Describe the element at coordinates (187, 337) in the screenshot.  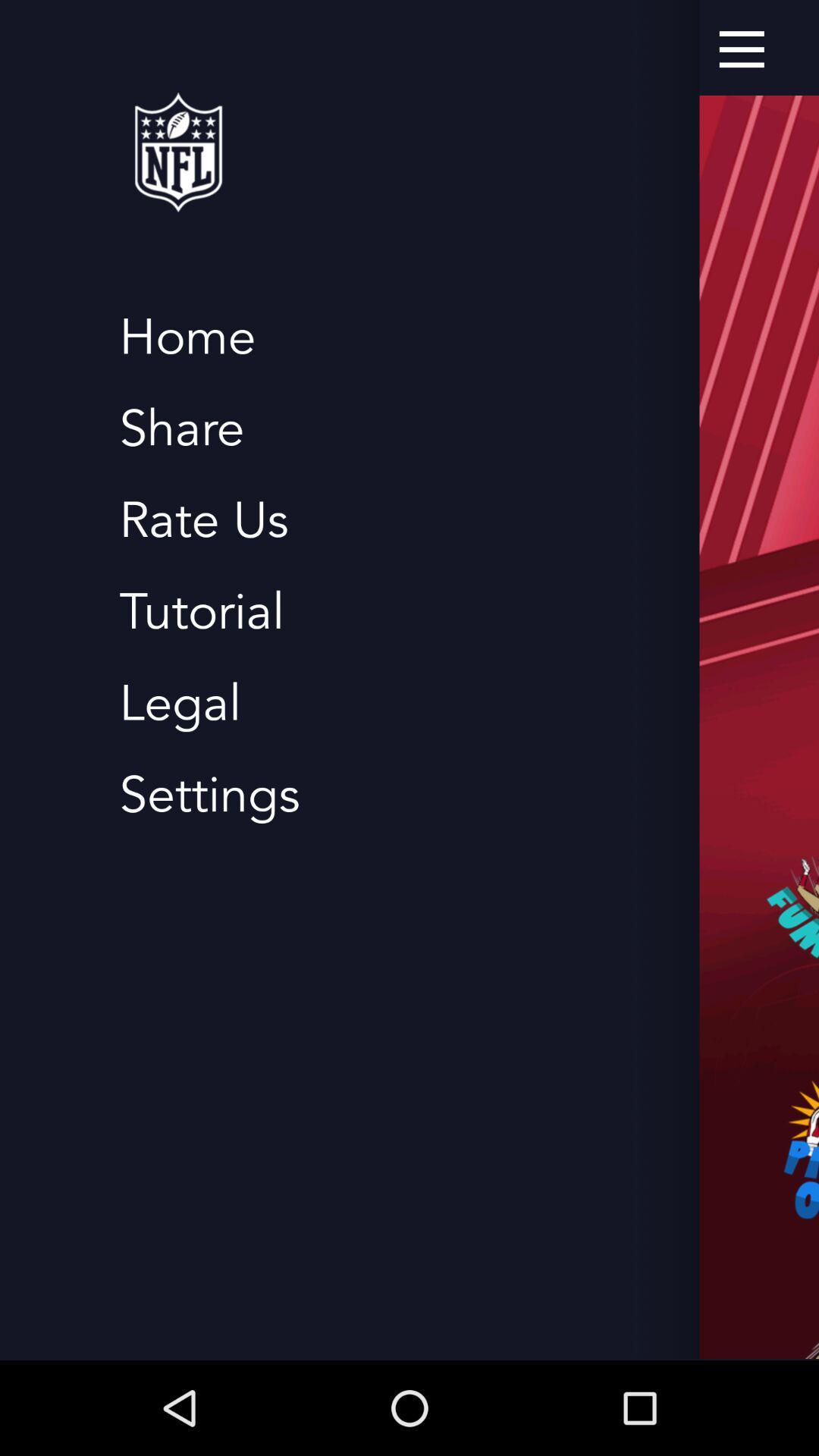
I see `home` at that location.